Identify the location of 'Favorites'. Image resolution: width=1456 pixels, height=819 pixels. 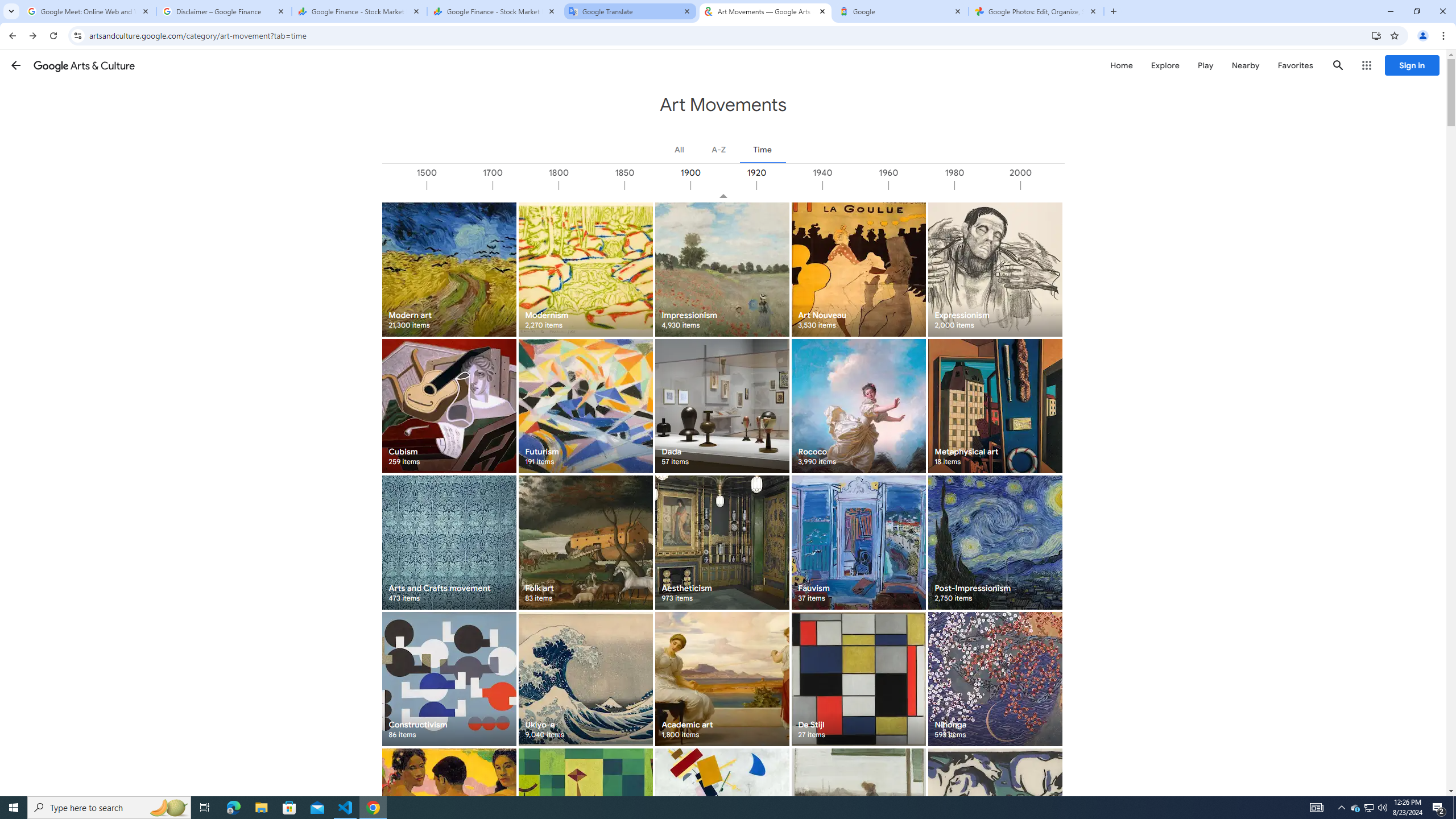
(1294, 65).